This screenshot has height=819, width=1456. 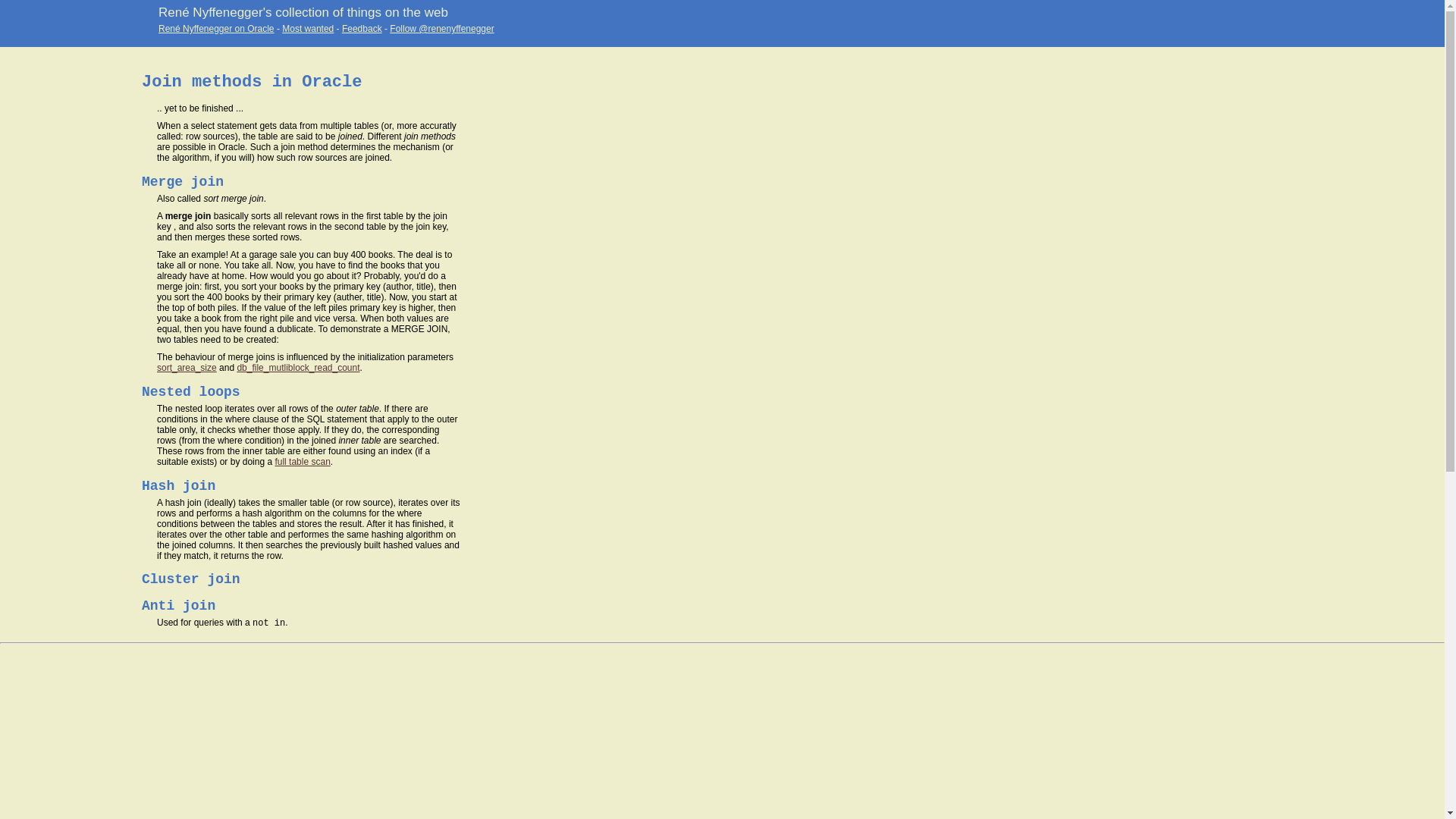 I want to click on 'full table scan', so click(x=302, y=461).